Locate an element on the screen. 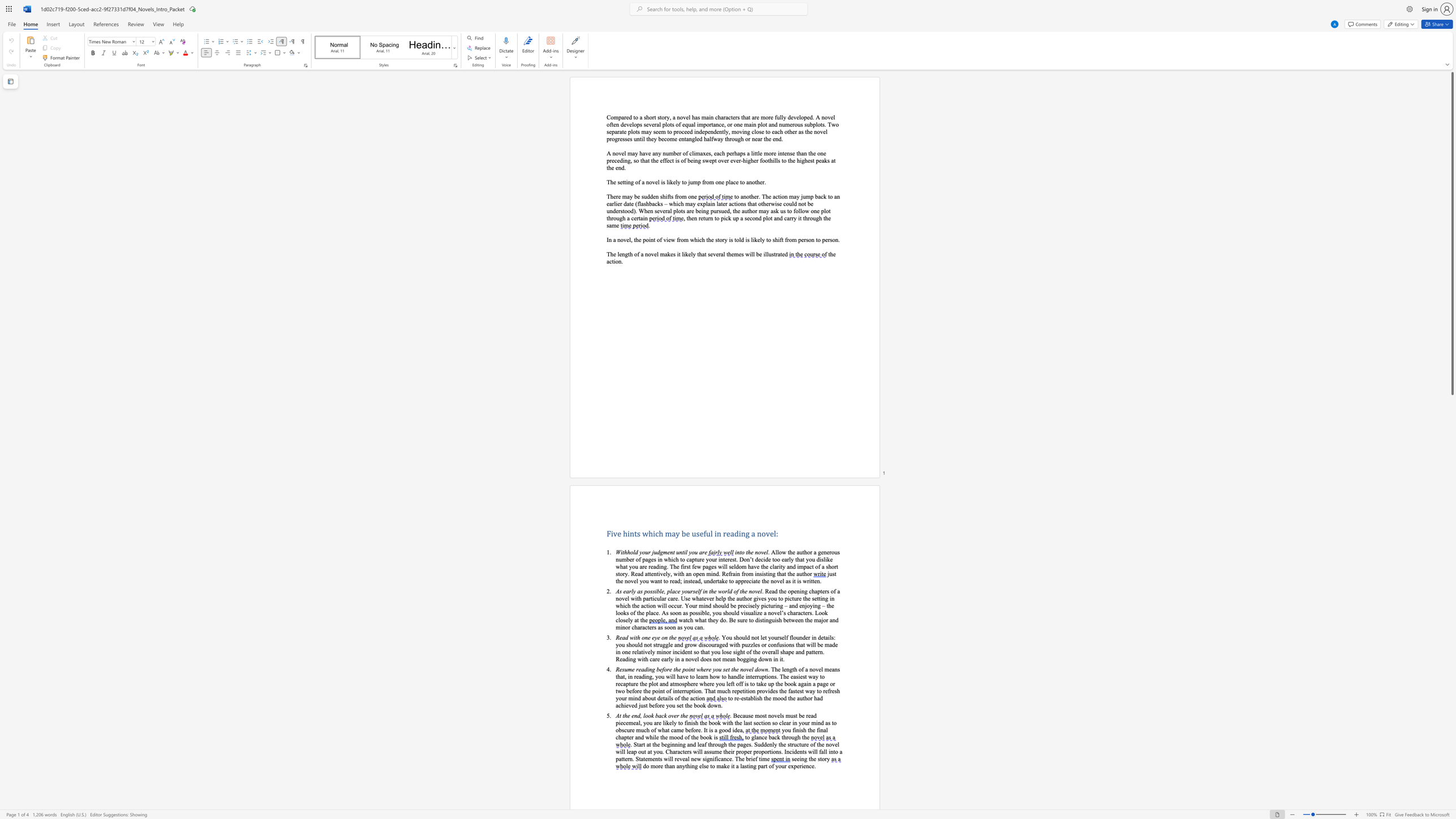 The image size is (1456, 819). the 2th character "p" in the text is located at coordinates (737, 218).